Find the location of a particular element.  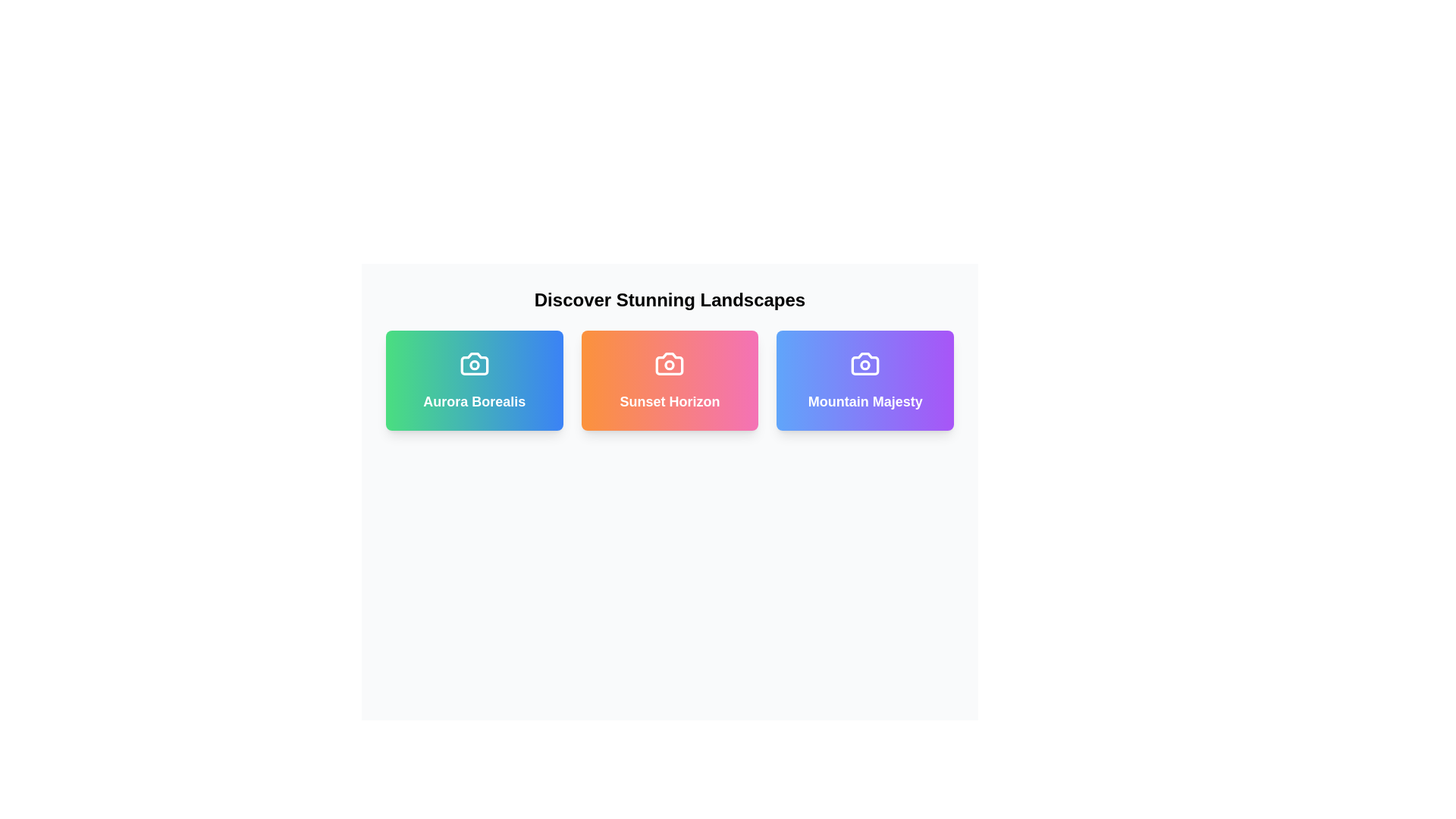

the 'Sunset Horizon' text label, which is displayed in bold white font against a gradient background, located below a camera icon in the central box of a three-column layout is located at coordinates (669, 400).